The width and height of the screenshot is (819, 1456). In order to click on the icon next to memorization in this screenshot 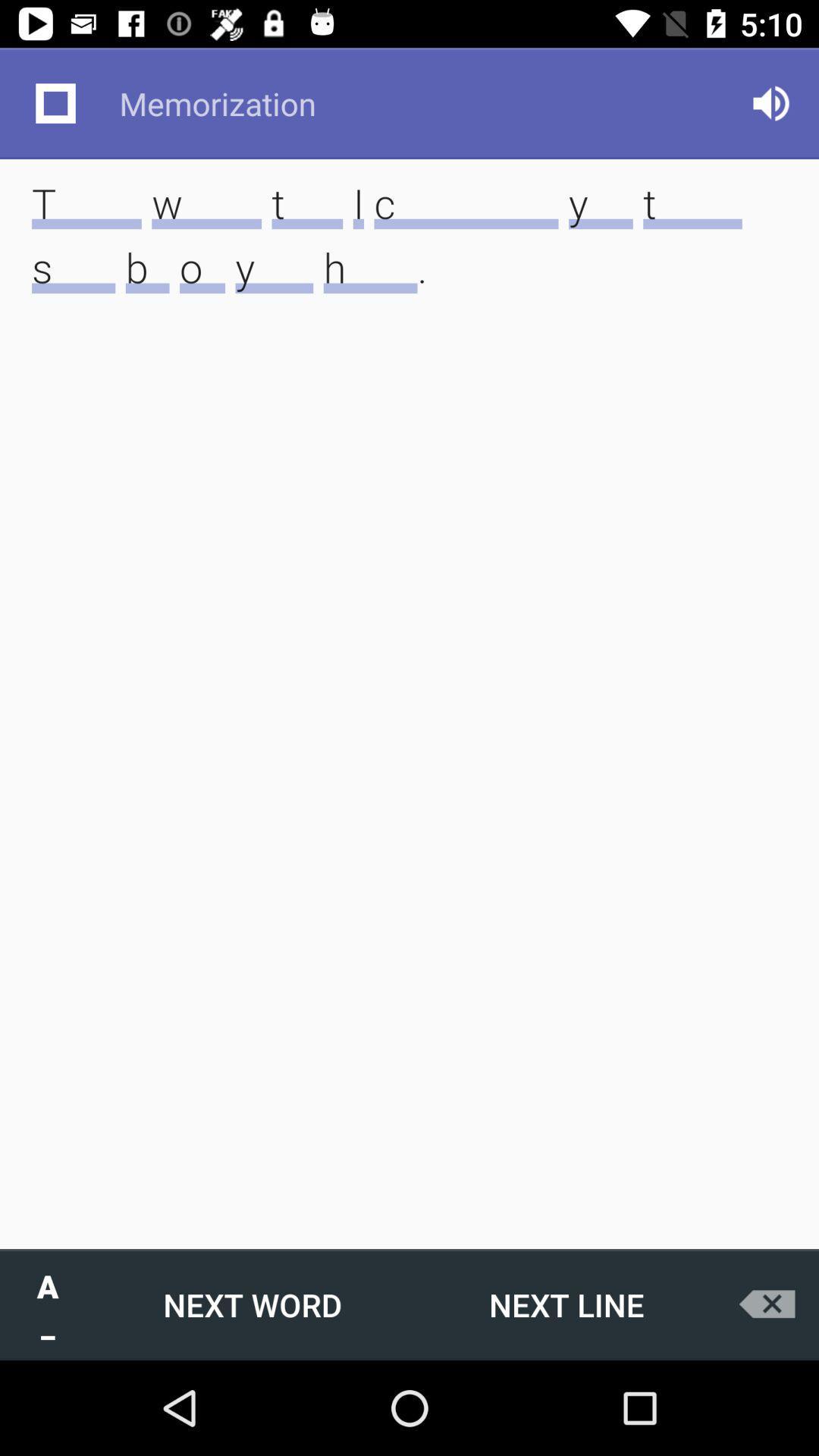, I will do `click(771, 102)`.